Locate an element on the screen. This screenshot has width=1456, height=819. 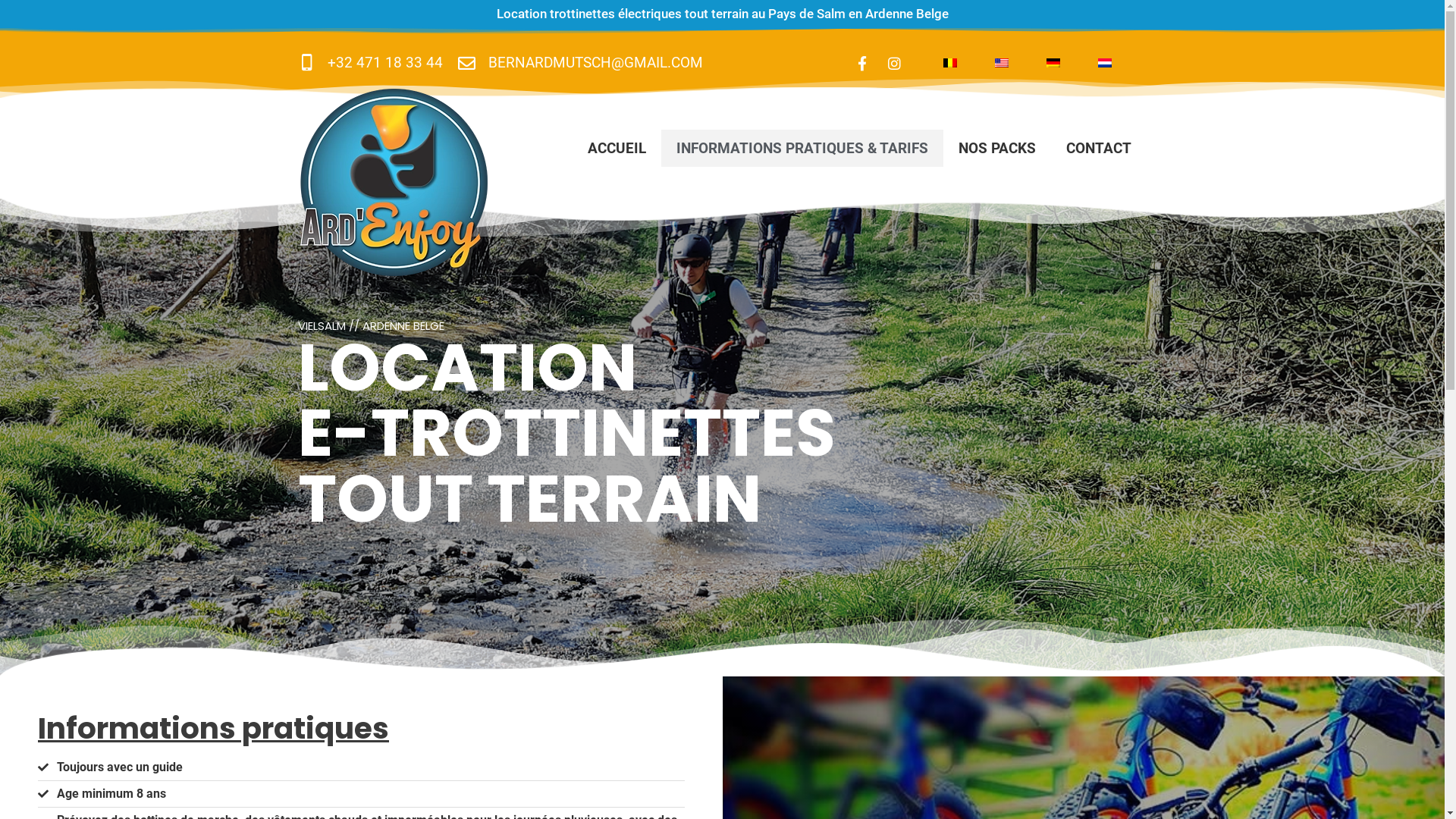
'ACCUEIL' is located at coordinates (617, 148).